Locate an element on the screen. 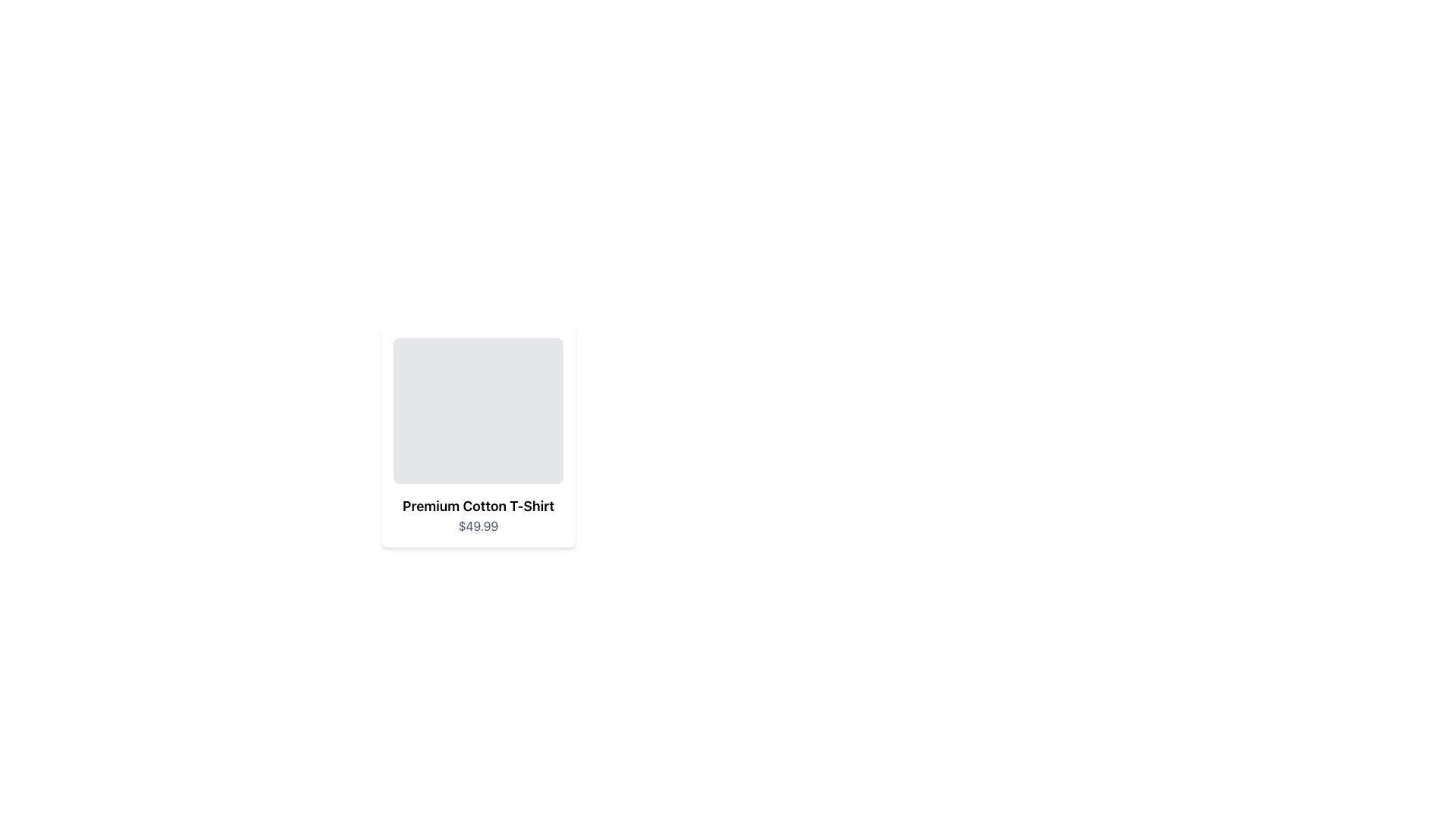 The height and width of the screenshot is (819, 1456). the product title text label located underneath the image and above the price label in the card is located at coordinates (477, 506).